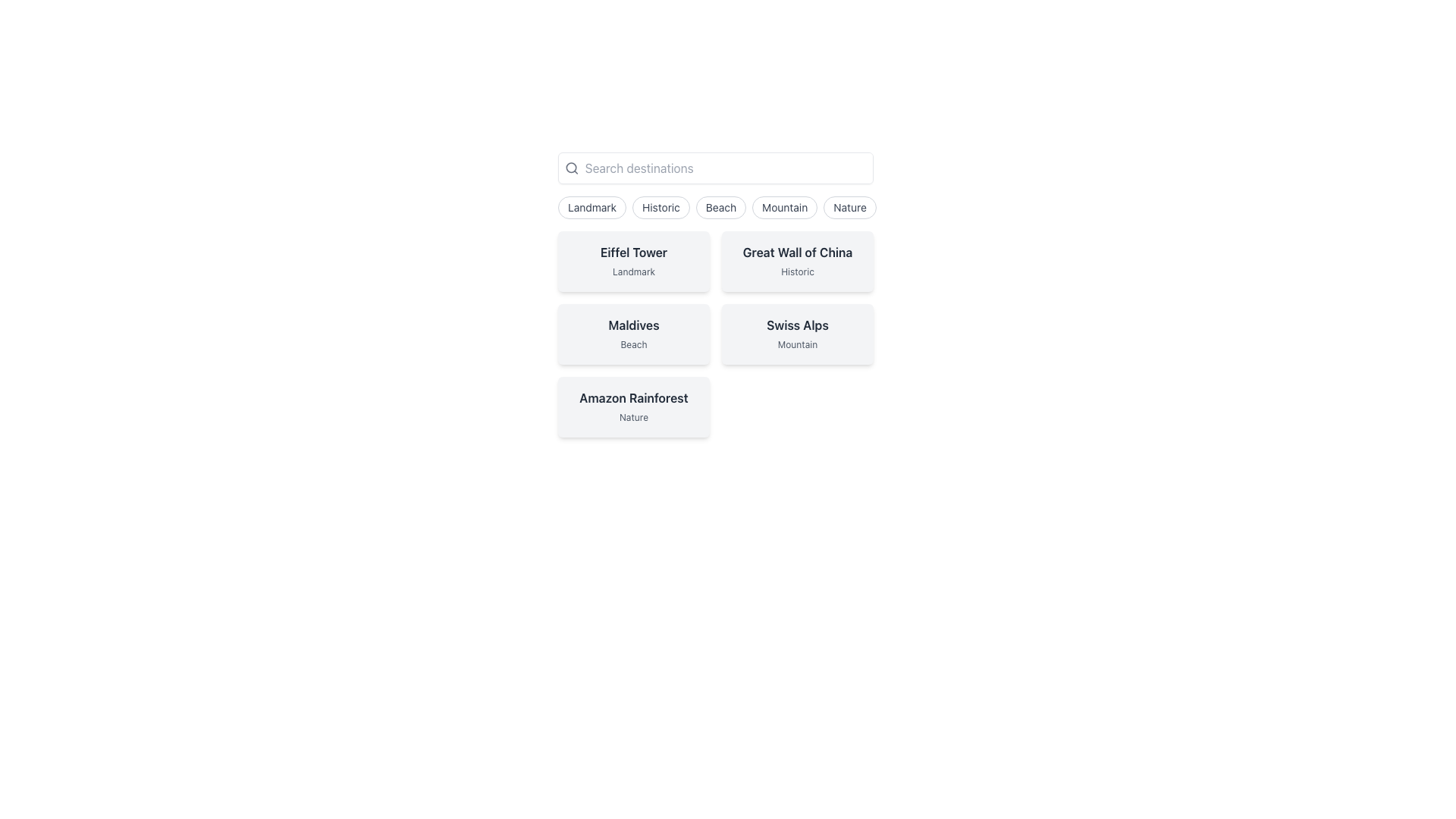  Describe the element at coordinates (633, 260) in the screenshot. I see `the display card labeled 'Eiffel Tower' which is located in the upper-left of the grid layout, serving as a visual representation of this landmark` at that location.